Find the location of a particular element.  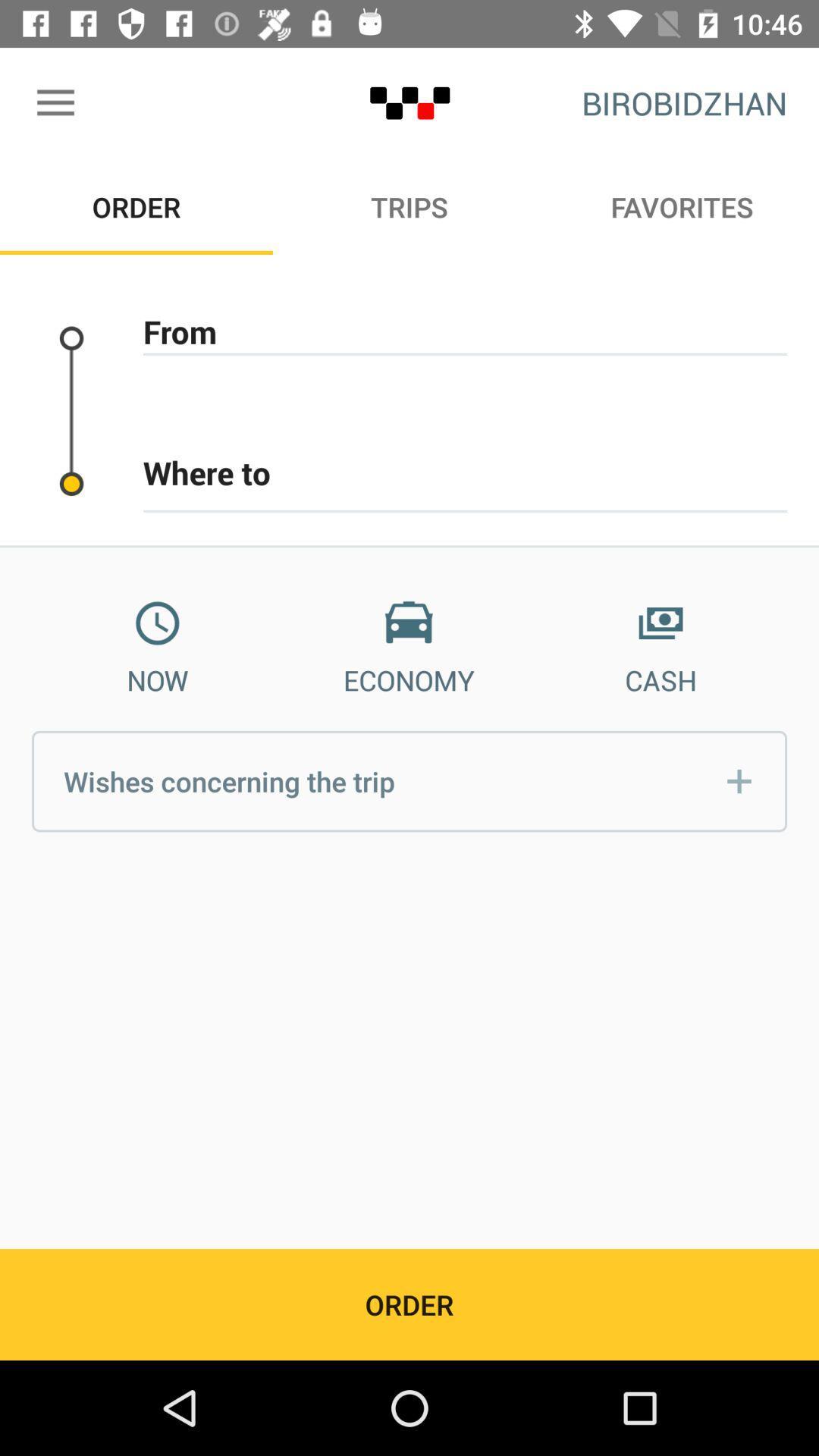

the icon above the text economy is located at coordinates (408, 623).